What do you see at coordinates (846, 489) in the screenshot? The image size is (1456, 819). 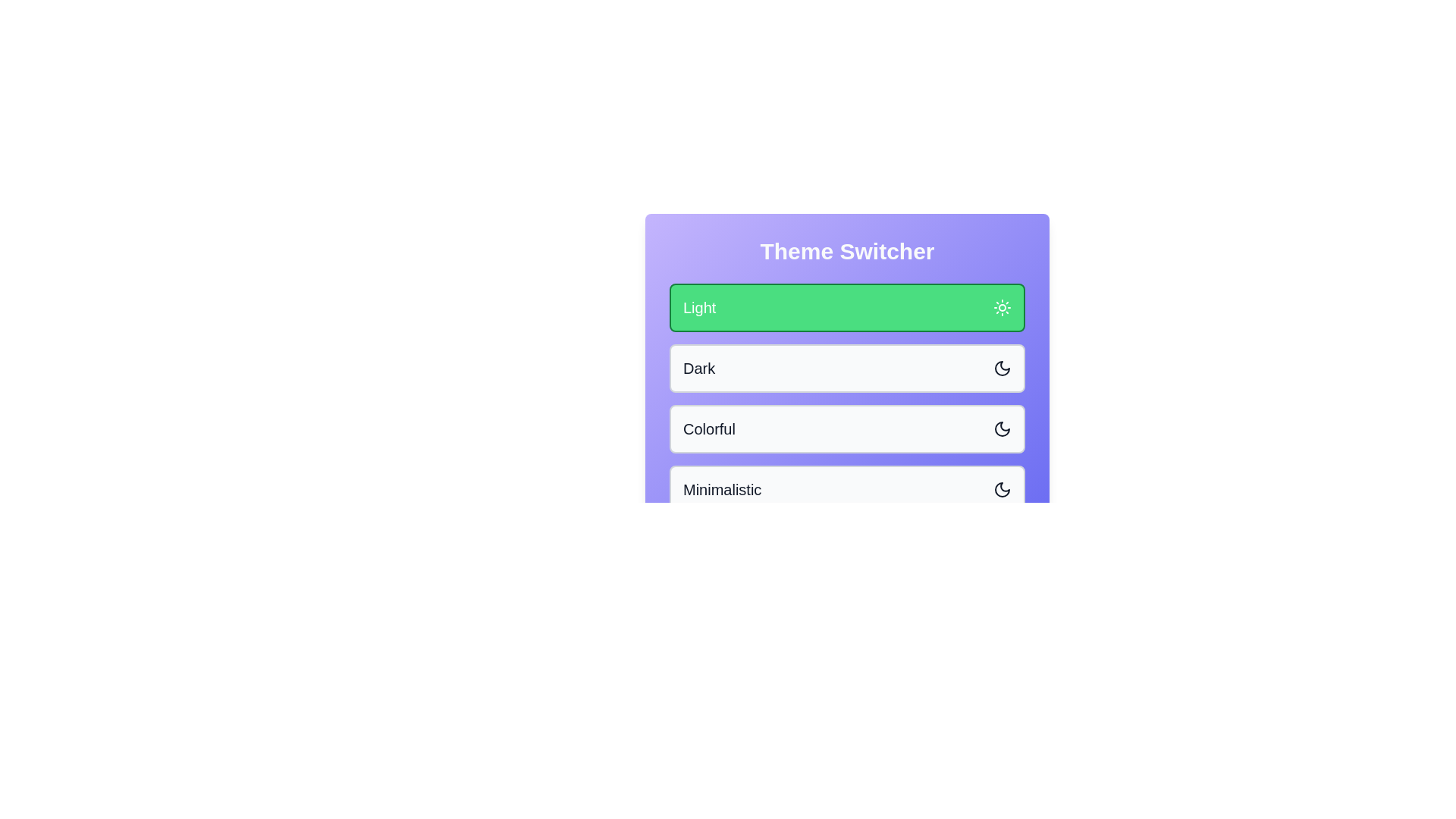 I see `the theme button for Minimalistic` at bounding box center [846, 489].